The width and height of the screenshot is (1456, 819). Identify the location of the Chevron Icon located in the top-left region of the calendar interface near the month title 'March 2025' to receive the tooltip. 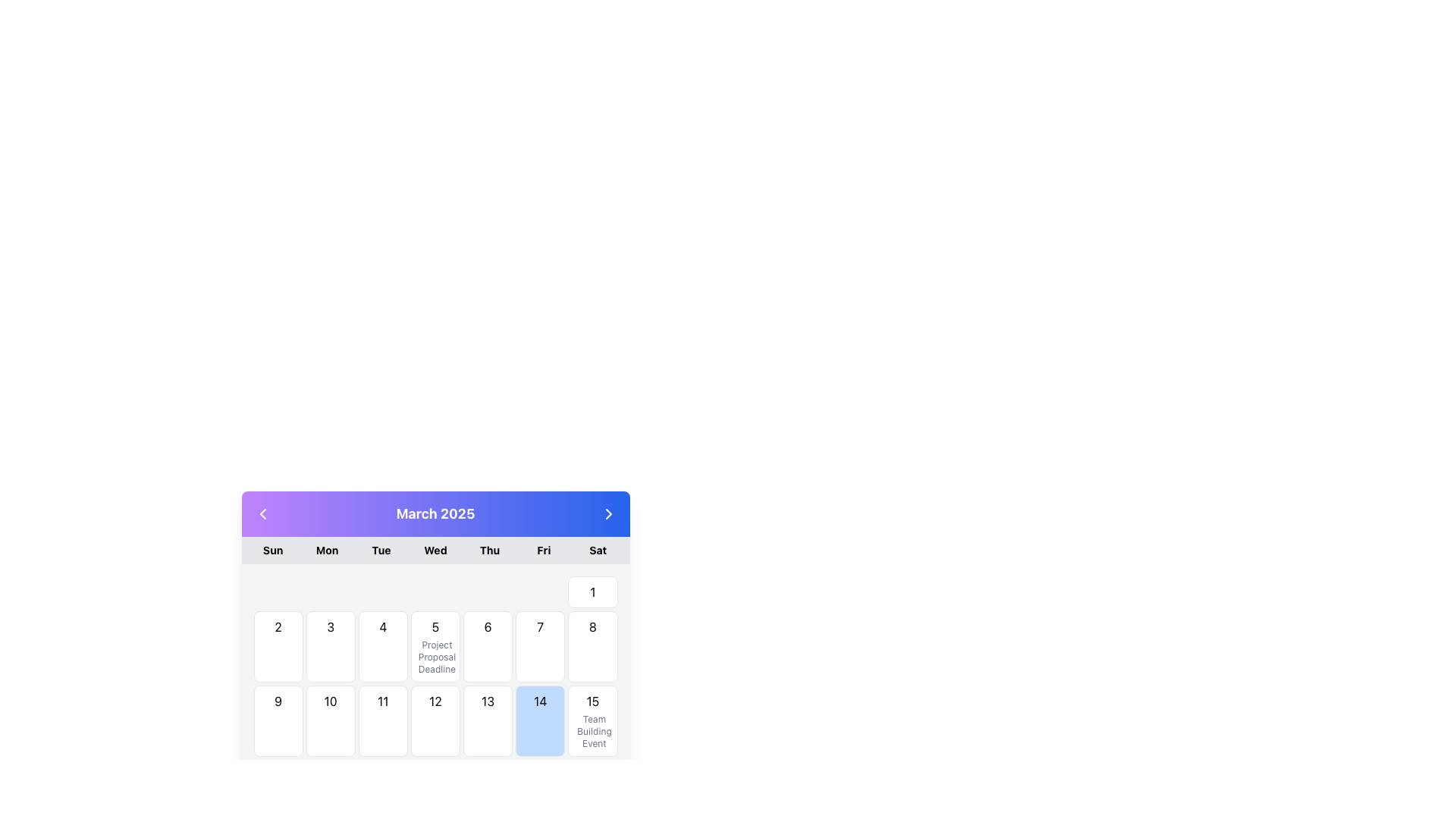
(262, 513).